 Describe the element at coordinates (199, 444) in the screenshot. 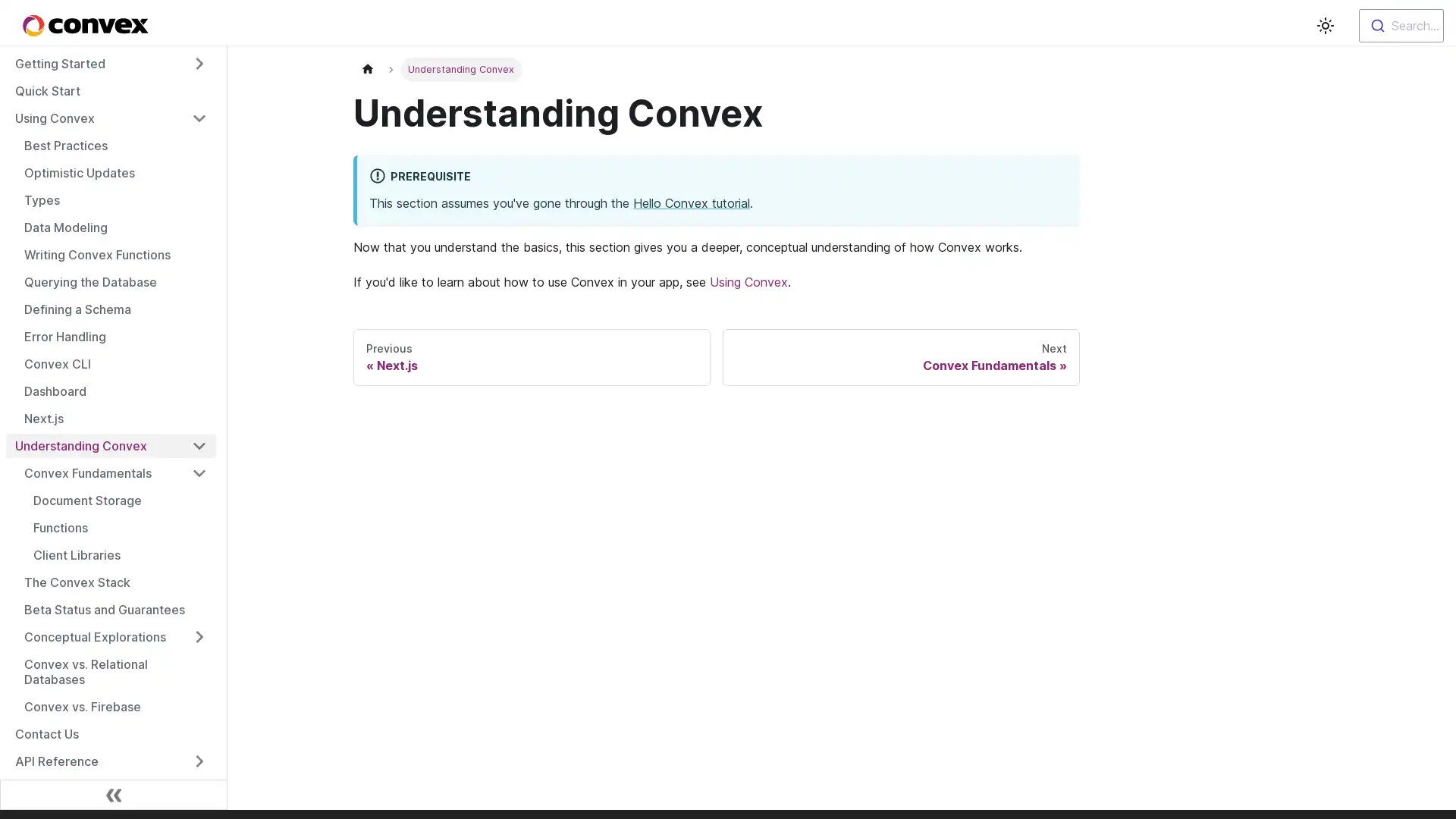

I see `Toggle the collapsible sidebar category 'Understanding Convex'` at that location.